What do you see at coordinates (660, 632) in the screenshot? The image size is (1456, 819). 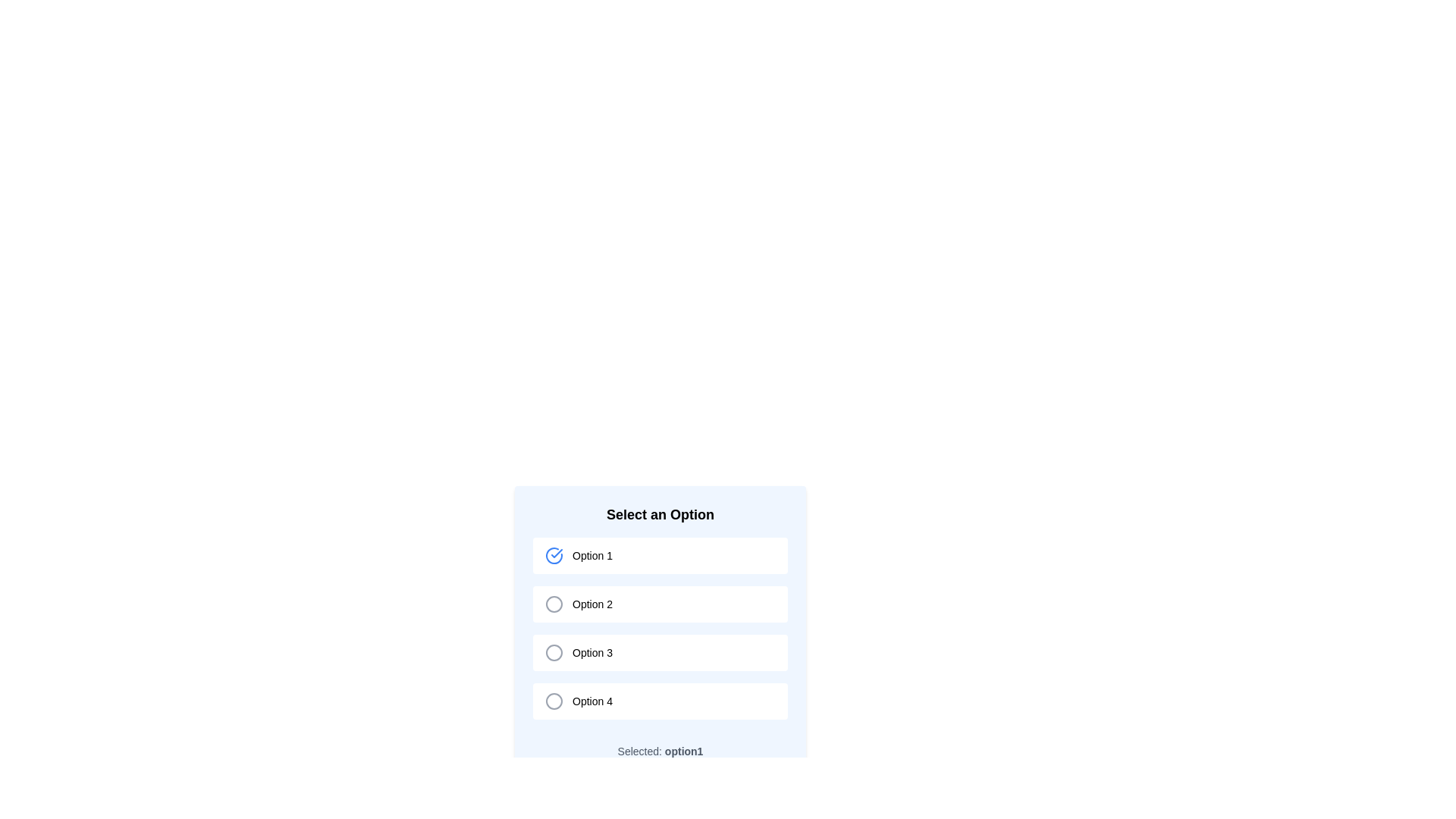 I see `to select 'Option 3' in the radio list below the title 'Select an Option'` at bounding box center [660, 632].